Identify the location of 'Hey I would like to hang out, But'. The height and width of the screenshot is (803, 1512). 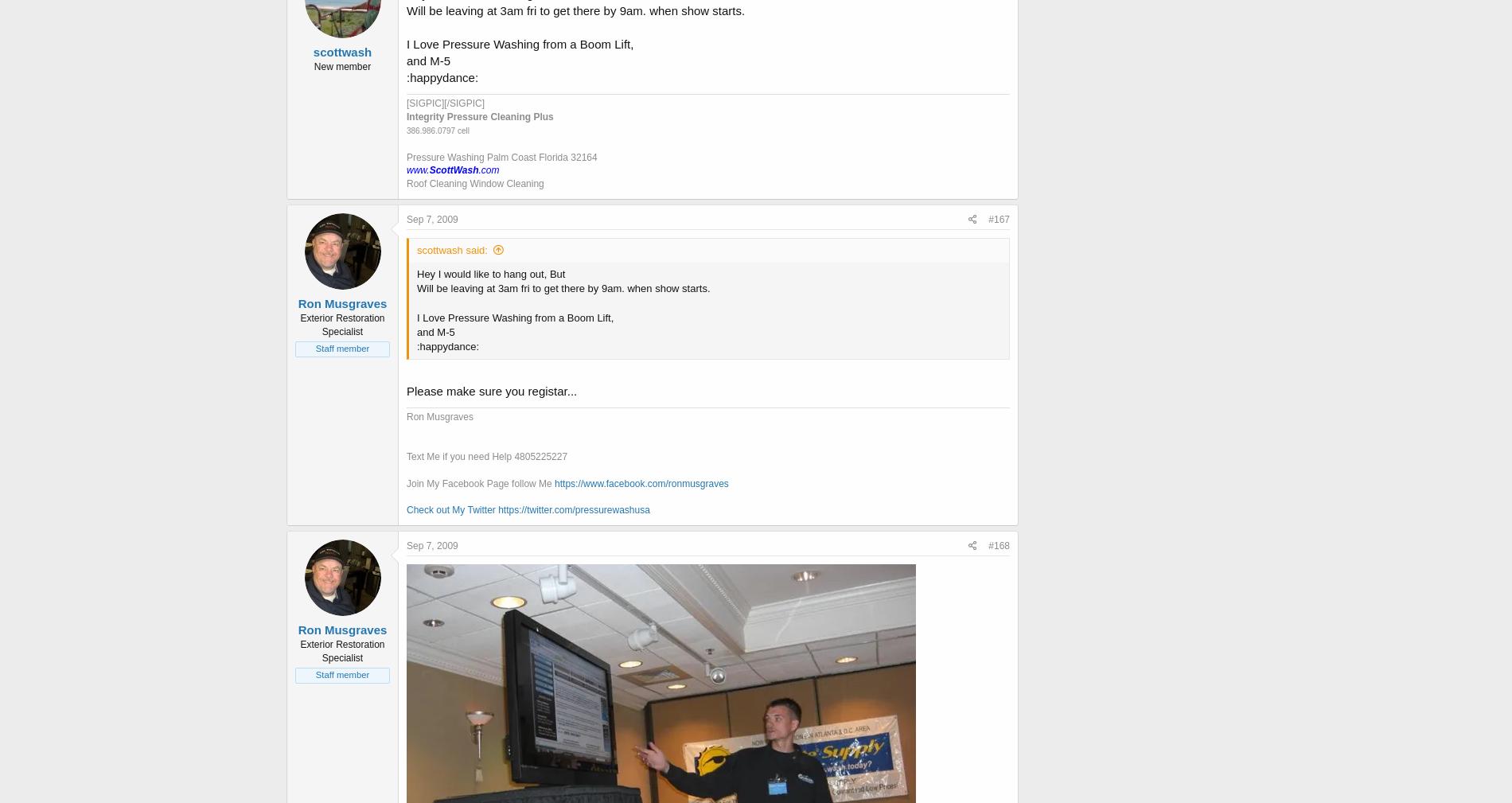
(490, 272).